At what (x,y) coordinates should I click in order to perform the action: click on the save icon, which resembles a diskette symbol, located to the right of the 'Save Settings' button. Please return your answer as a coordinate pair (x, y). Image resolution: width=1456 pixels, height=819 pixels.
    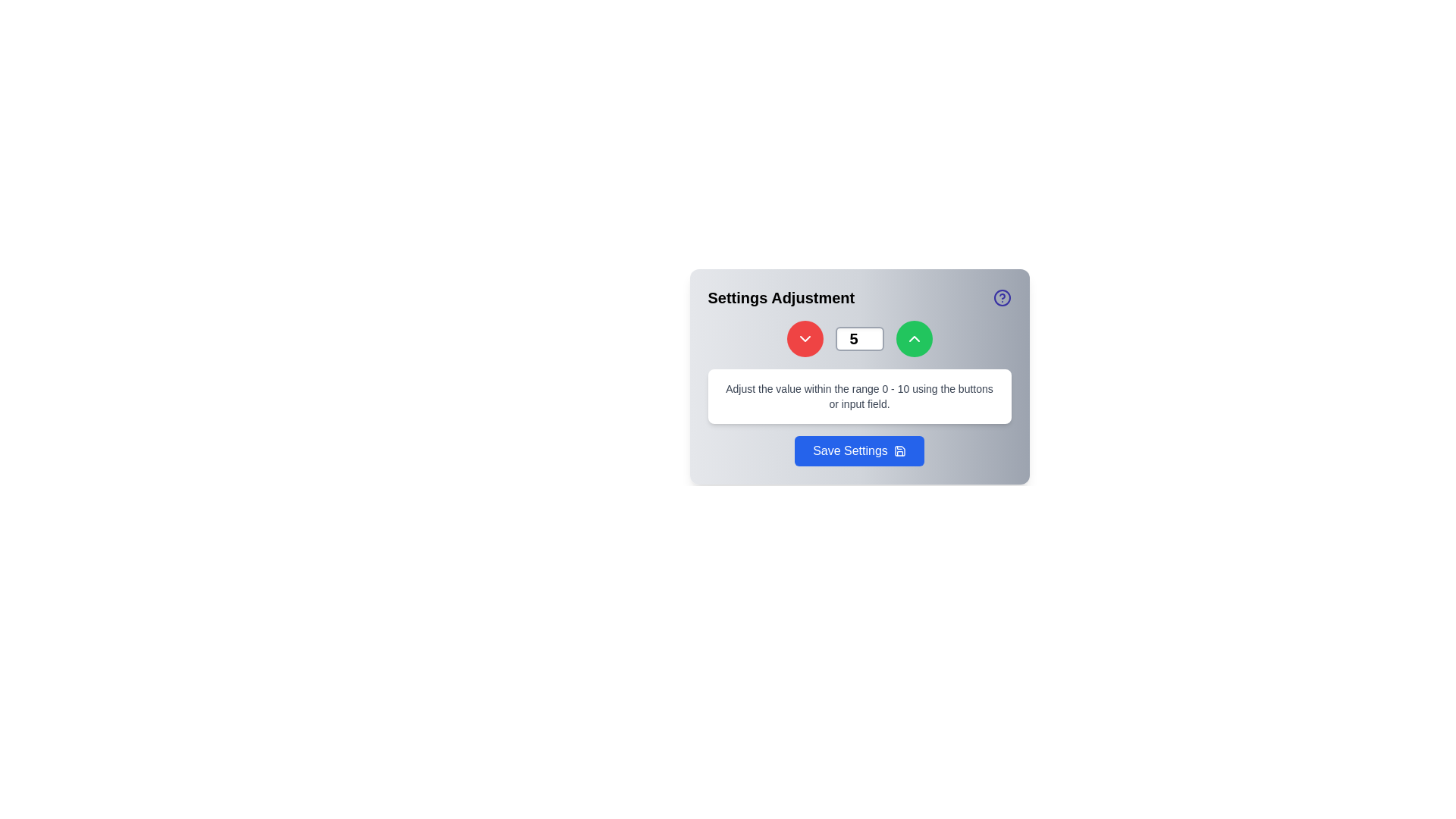
    Looking at the image, I should click on (899, 450).